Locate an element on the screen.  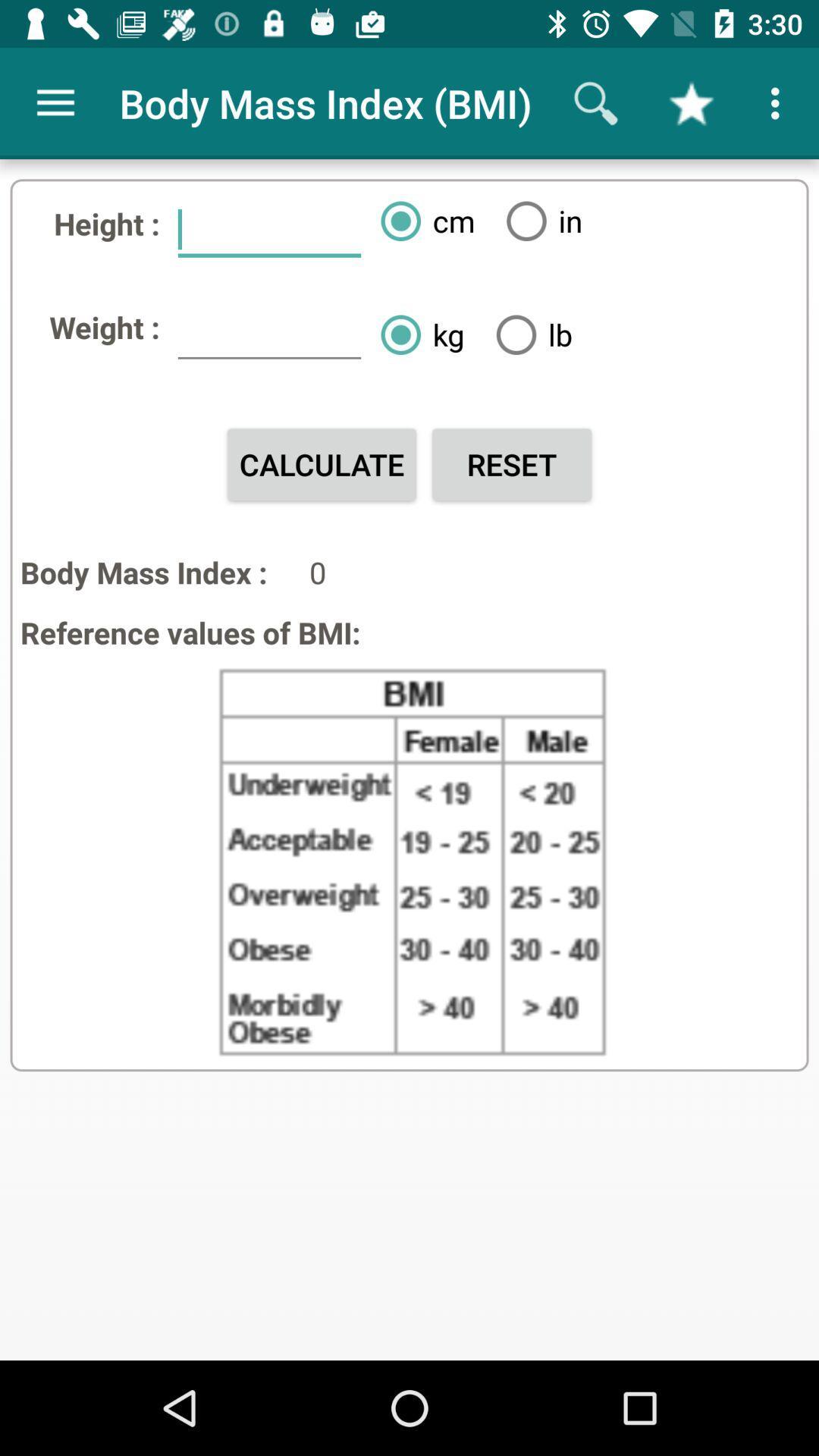
the icon above height : icon is located at coordinates (55, 102).